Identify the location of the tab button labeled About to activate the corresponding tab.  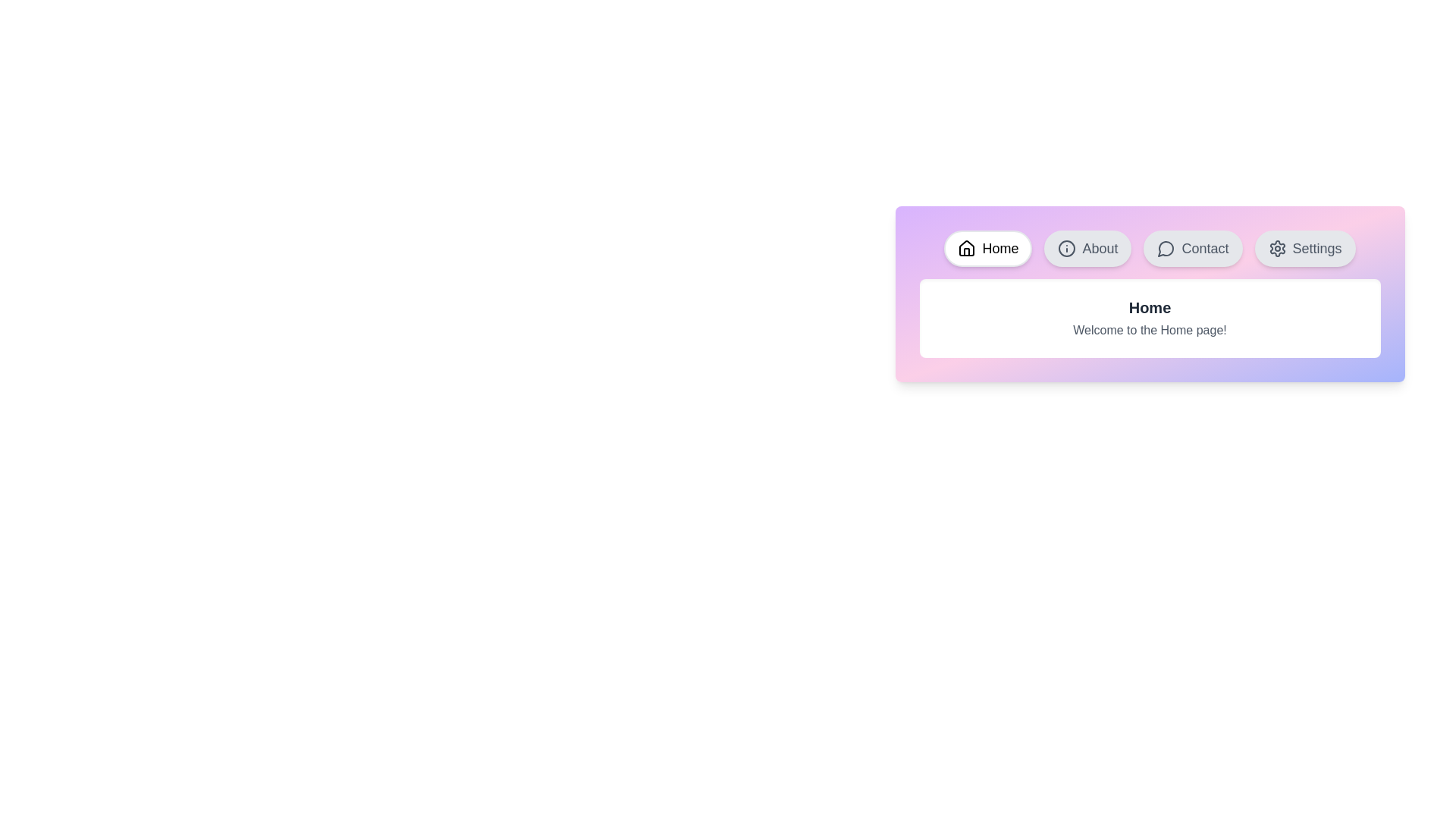
(1087, 247).